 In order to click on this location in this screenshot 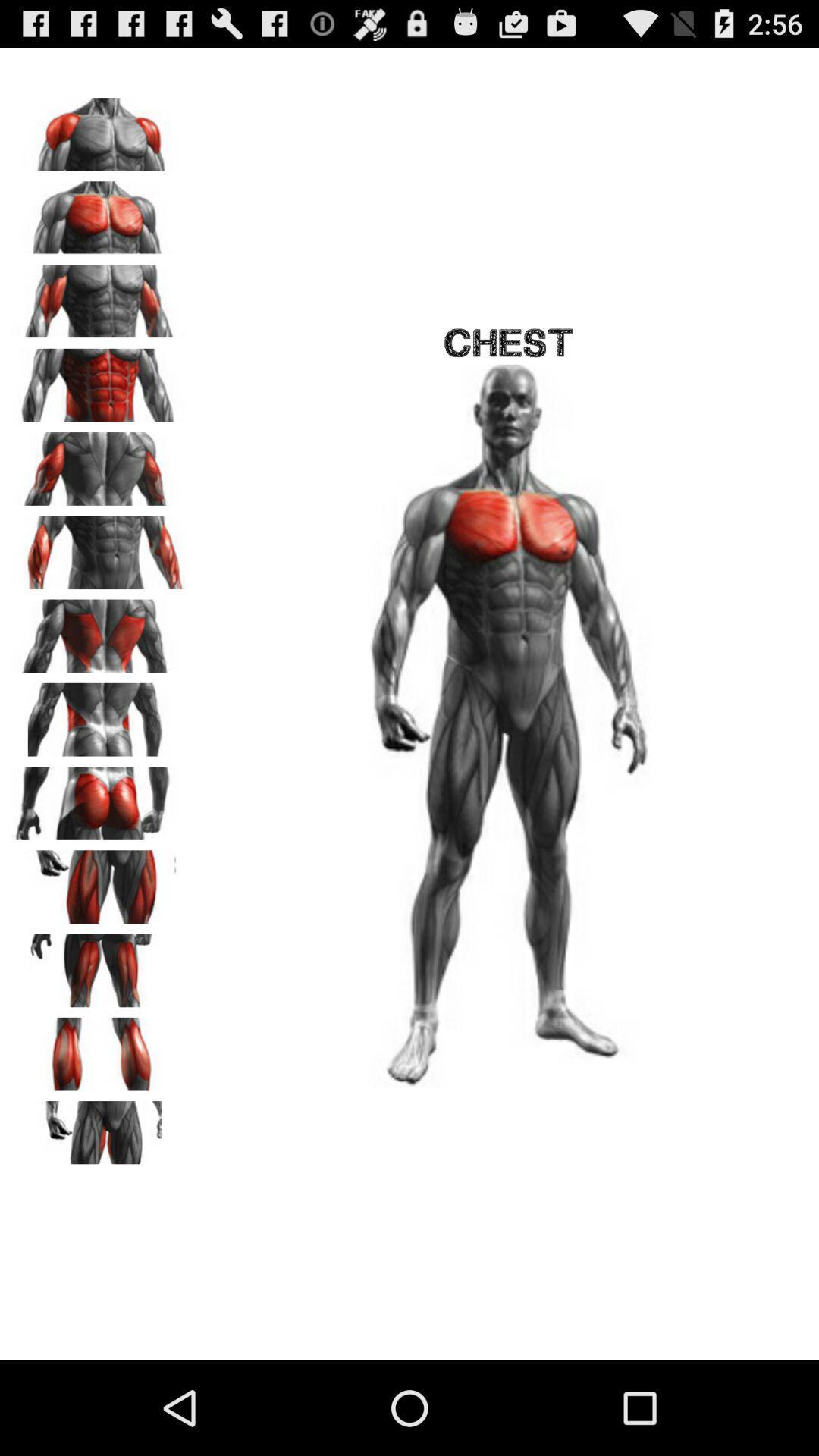, I will do `click(99, 631)`.